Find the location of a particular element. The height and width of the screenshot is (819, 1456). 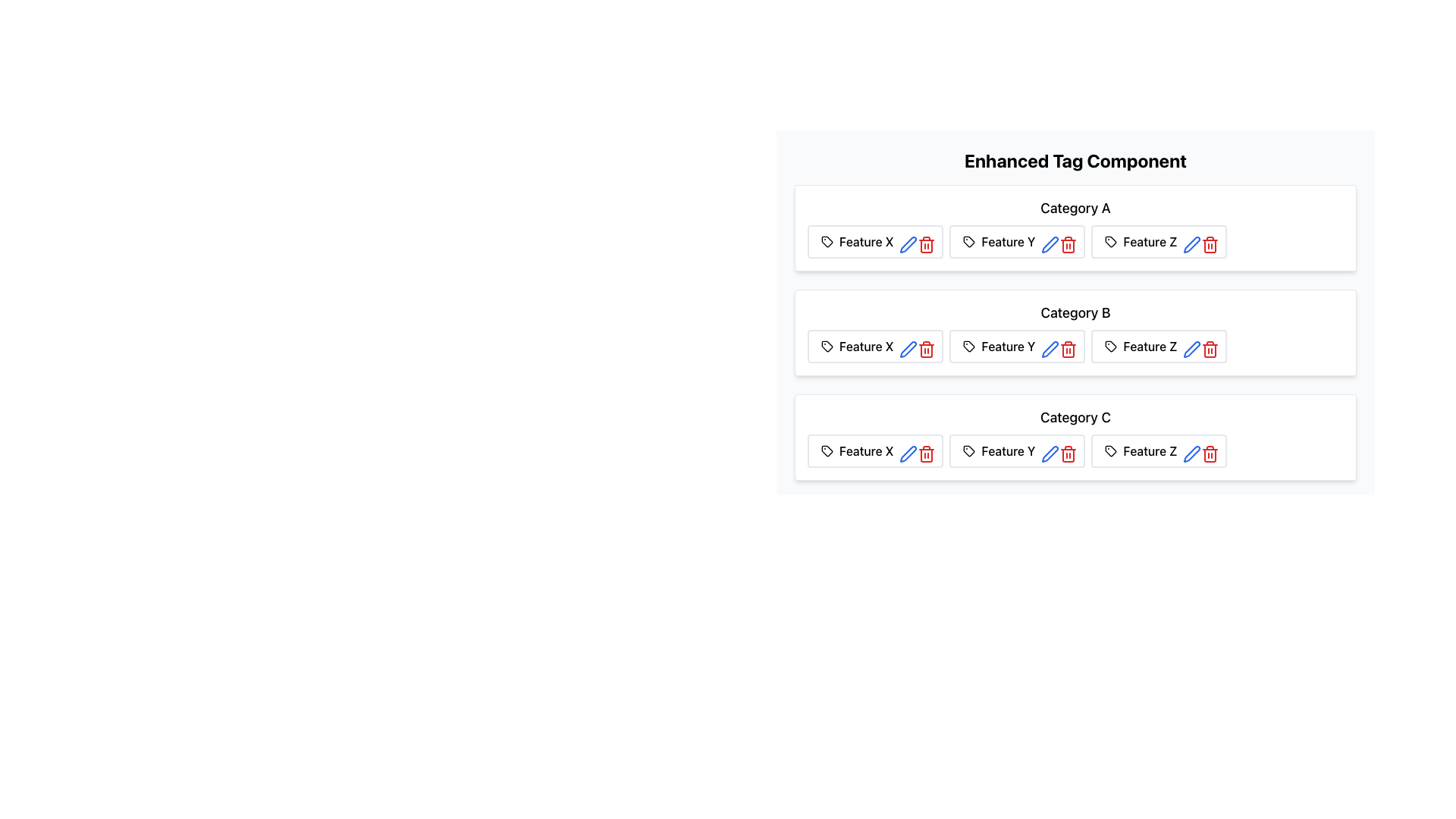

the 'Feature Z' label in the second category group 'Category B' is located at coordinates (1150, 346).